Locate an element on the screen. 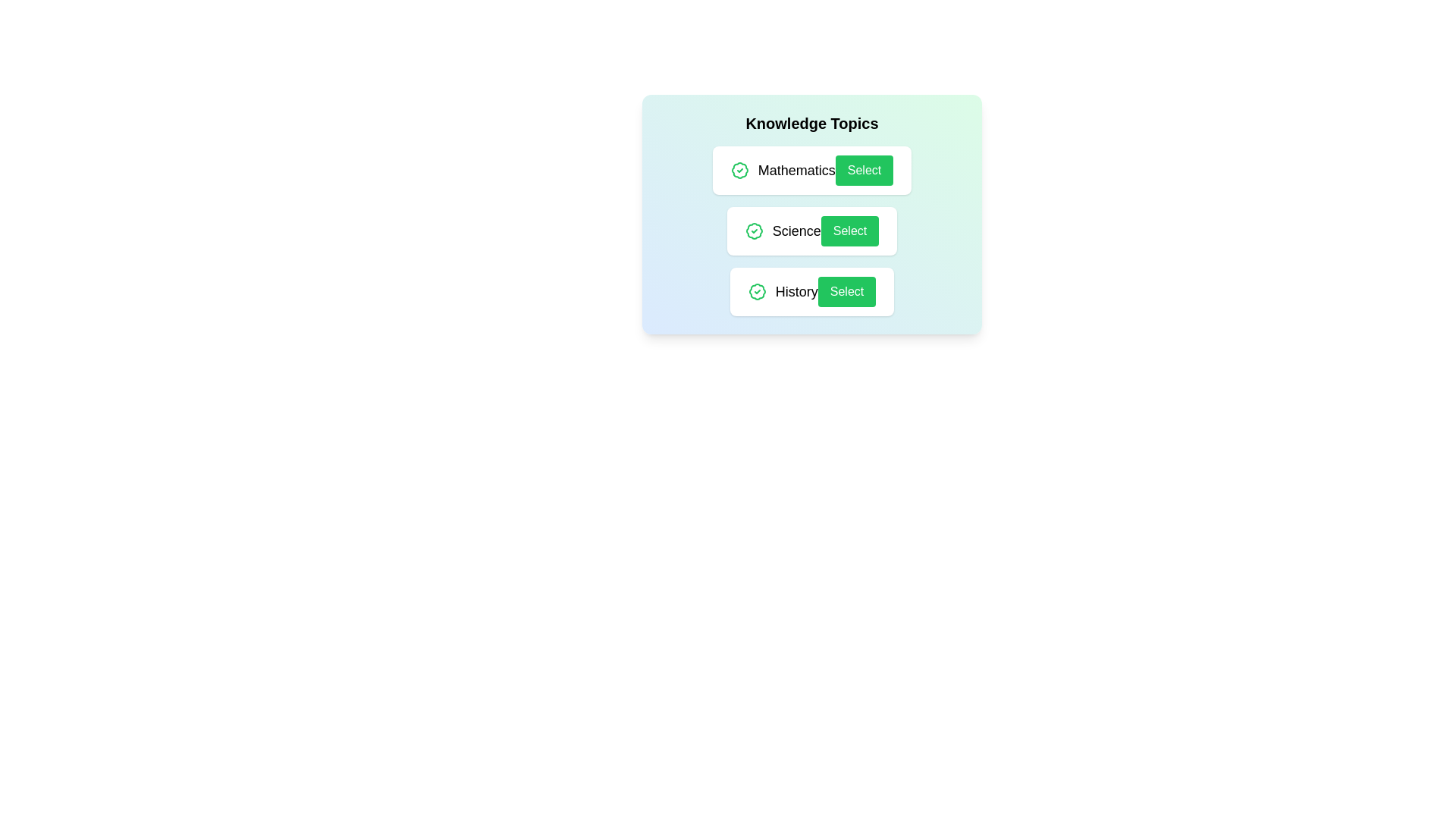  the badge icon next to the topic Mathematics is located at coordinates (739, 170).